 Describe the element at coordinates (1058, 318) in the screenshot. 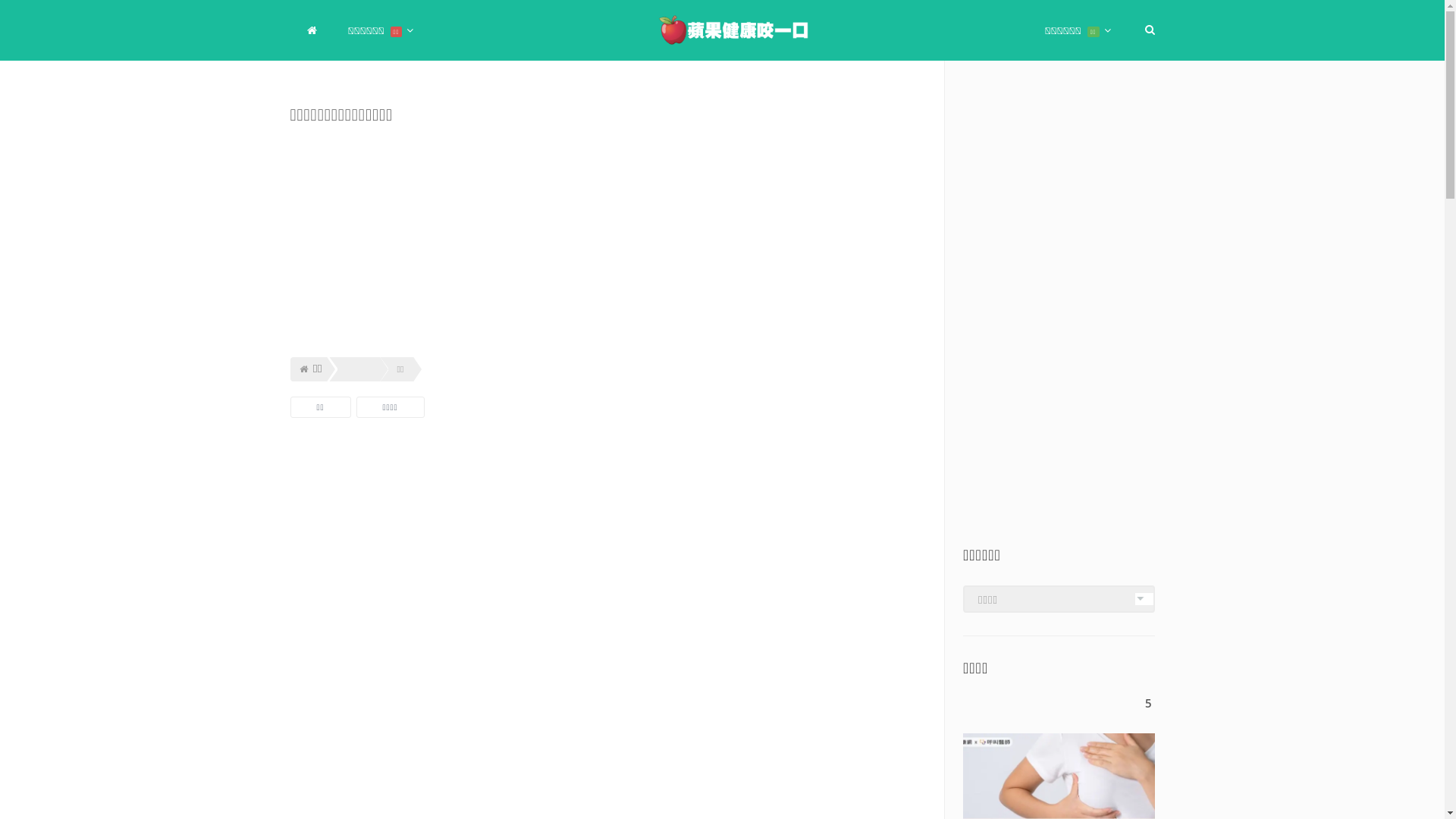

I see `'Advertisement'` at that location.